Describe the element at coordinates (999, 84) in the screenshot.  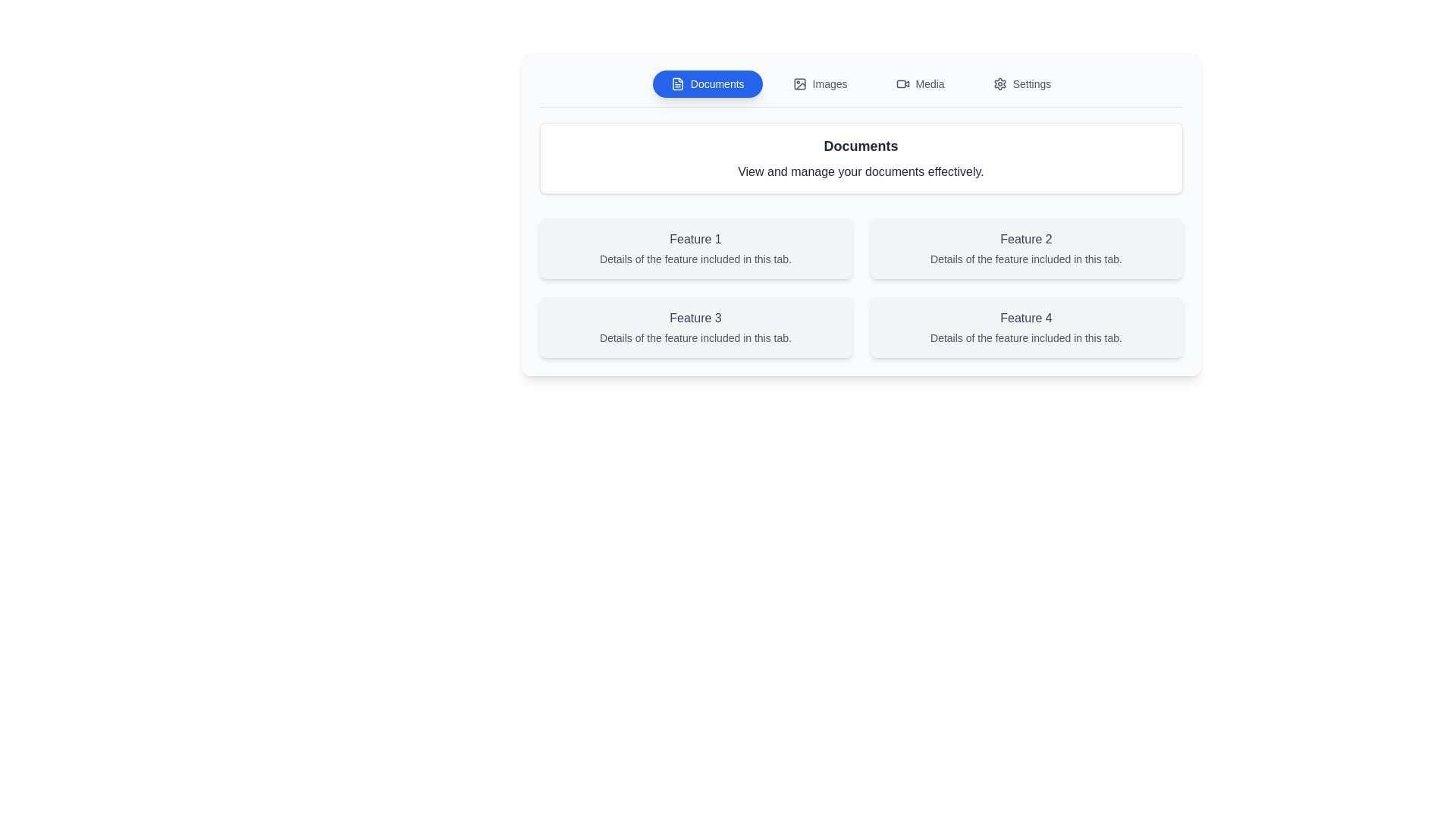
I see `the settings icon located on the leftmost side of the 'Settings' button in the top-right corner of the interface` at that location.